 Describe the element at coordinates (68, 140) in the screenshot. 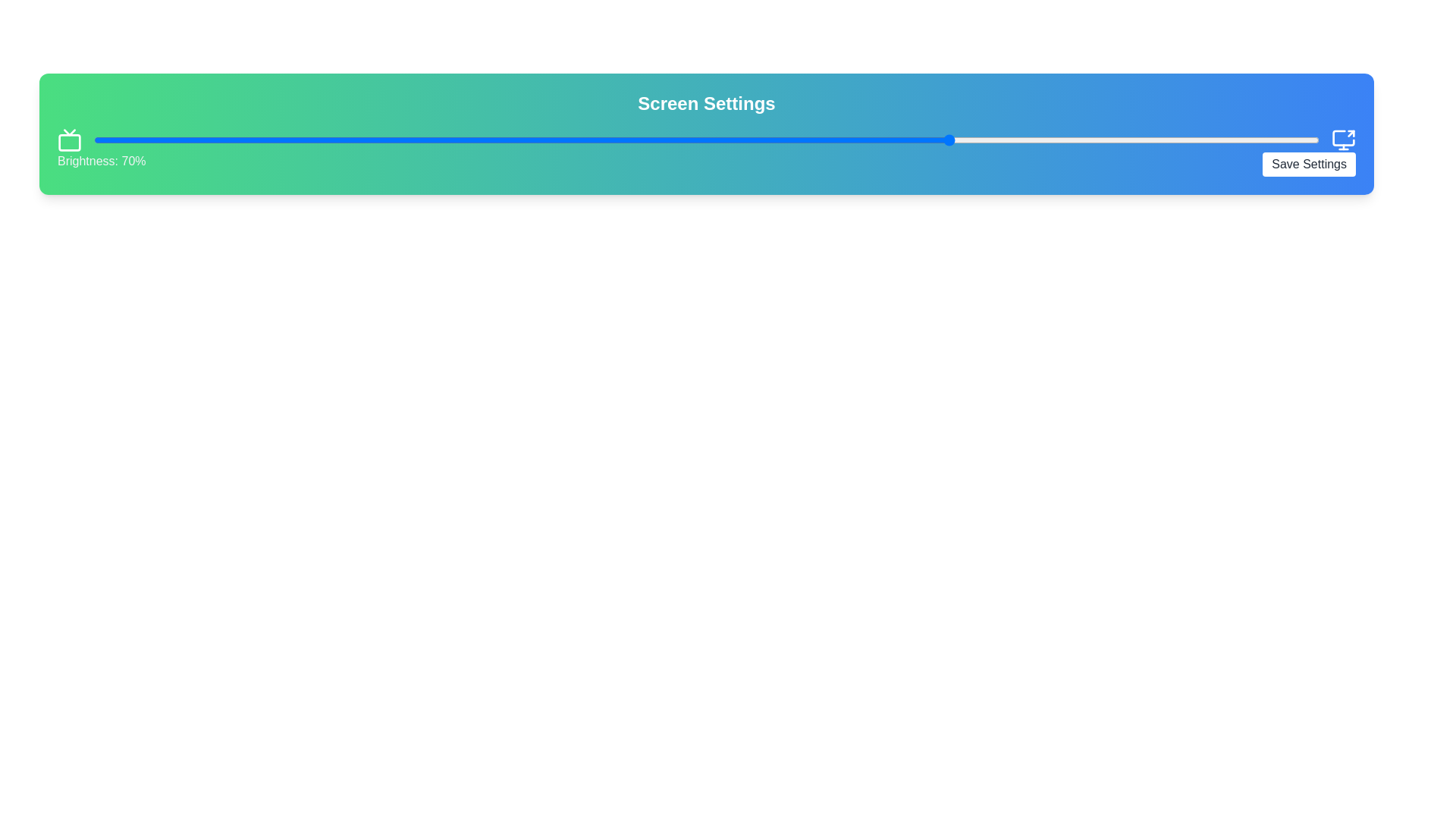

I see `the TV icon to interact with it` at that location.